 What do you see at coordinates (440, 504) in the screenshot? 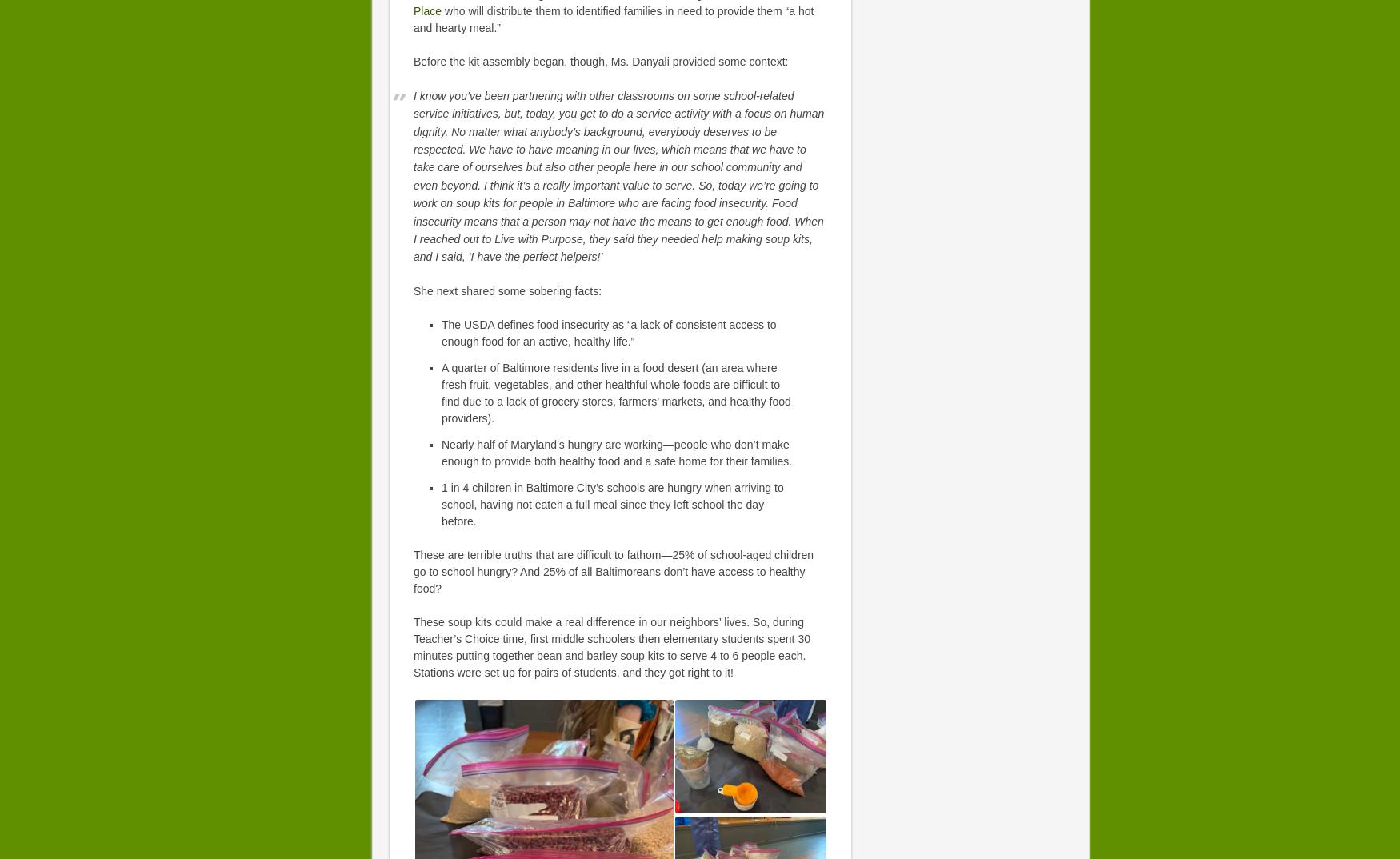
I see `'1 in 4 children in Baltimore City’s schools are hungry when arriving to school, having not eaten a full meal since they left school the day before.'` at bounding box center [440, 504].